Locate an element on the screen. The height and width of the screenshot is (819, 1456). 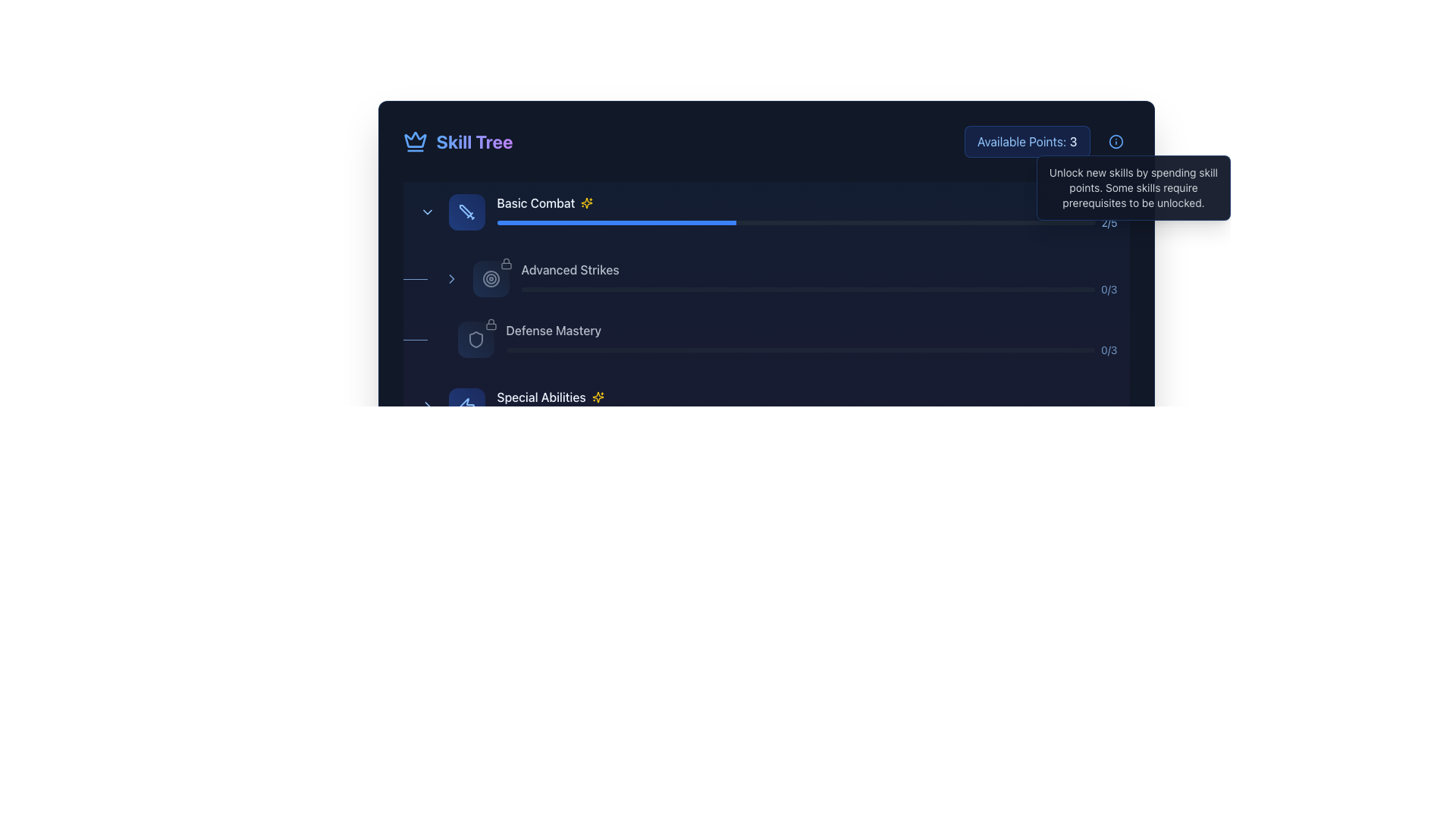
the horizontal progress bar for 'Advanced Strikes' which is currently at 0% progress, displayed in dark gray with a blue segment is located at coordinates (807, 289).